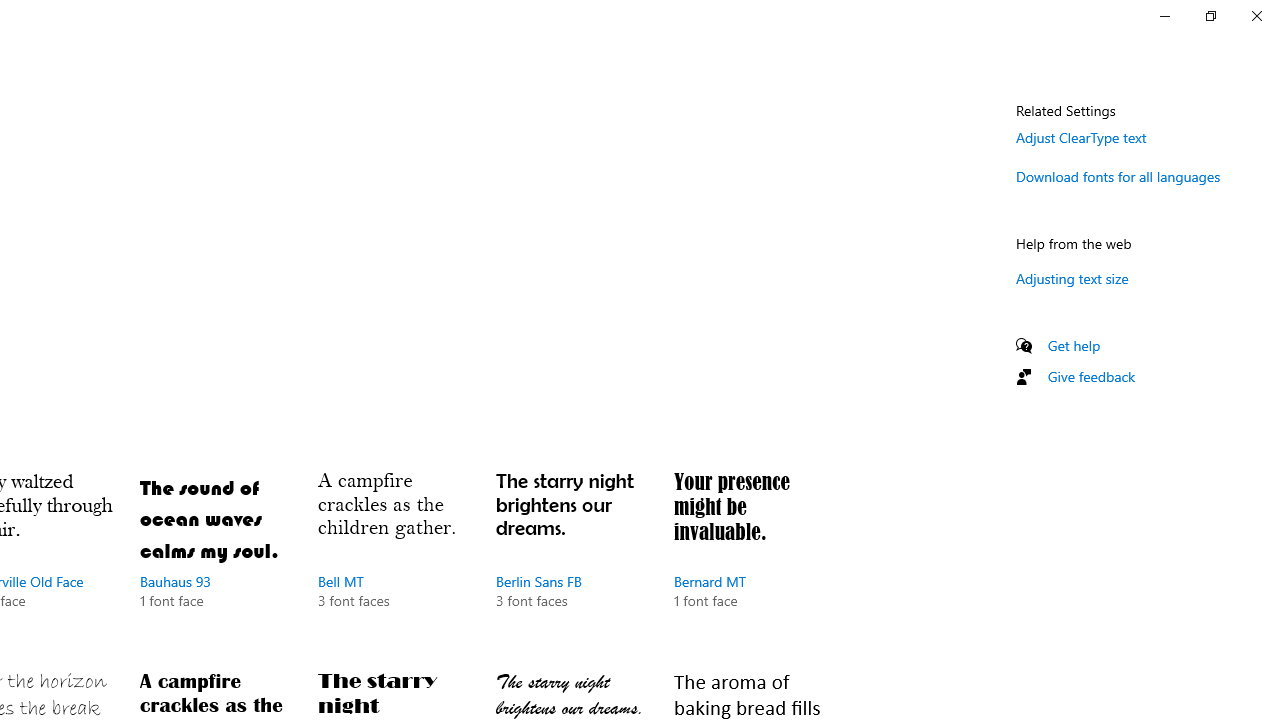 This screenshot has height=720, width=1280. What do you see at coordinates (1255, 15) in the screenshot?
I see `'Close Settings'` at bounding box center [1255, 15].